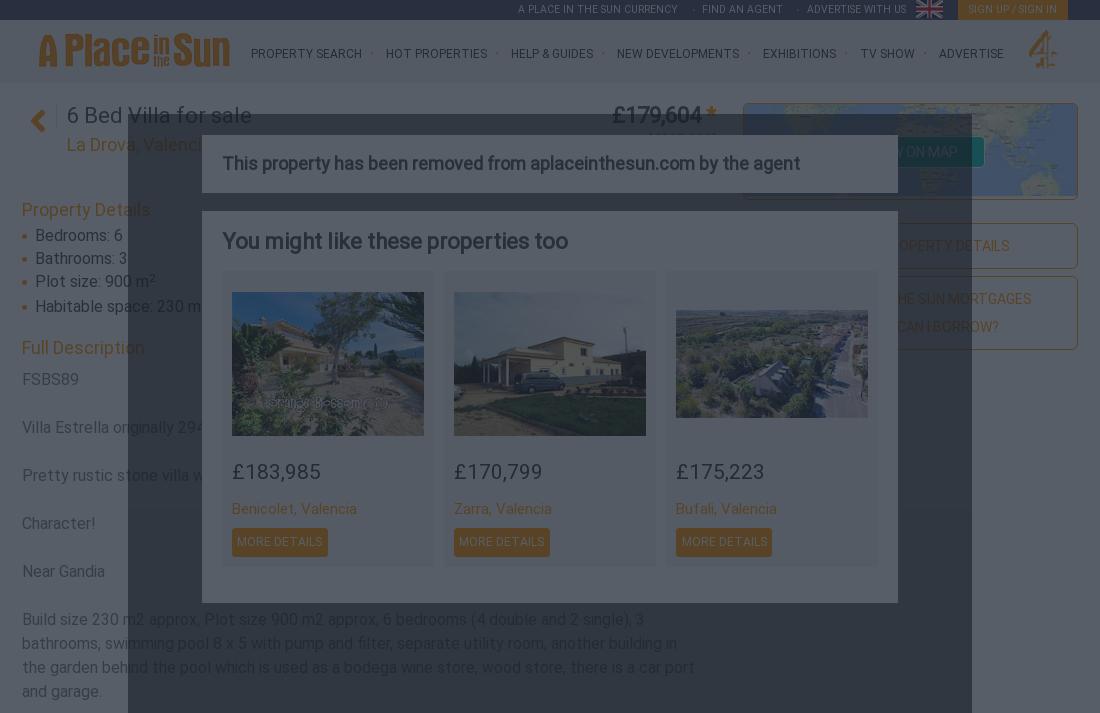 The image size is (1100, 713). Describe the element at coordinates (275, 472) in the screenshot. I see `'£183,985'` at that location.